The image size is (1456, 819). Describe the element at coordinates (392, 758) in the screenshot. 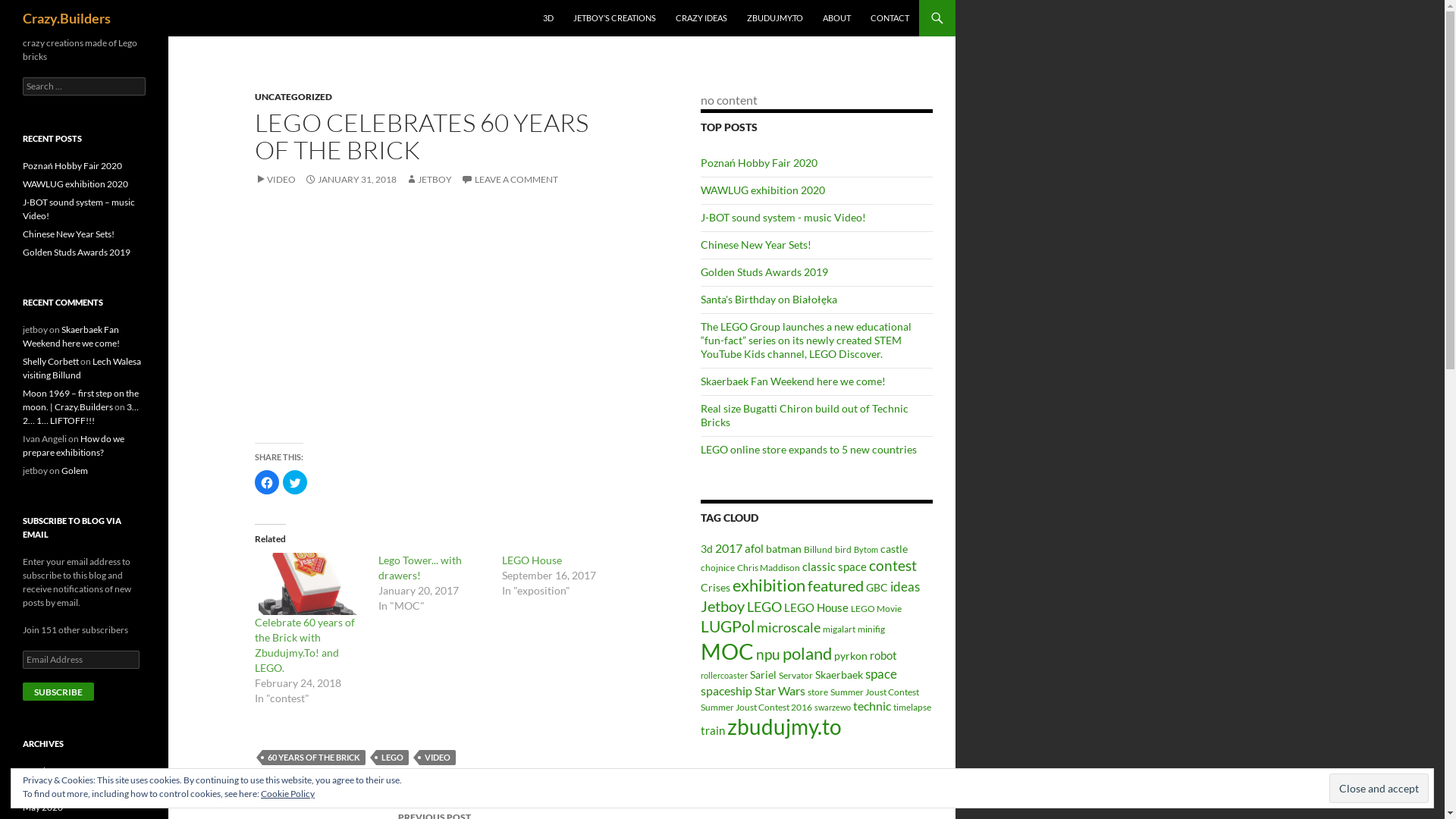

I see `'LEGO'` at that location.